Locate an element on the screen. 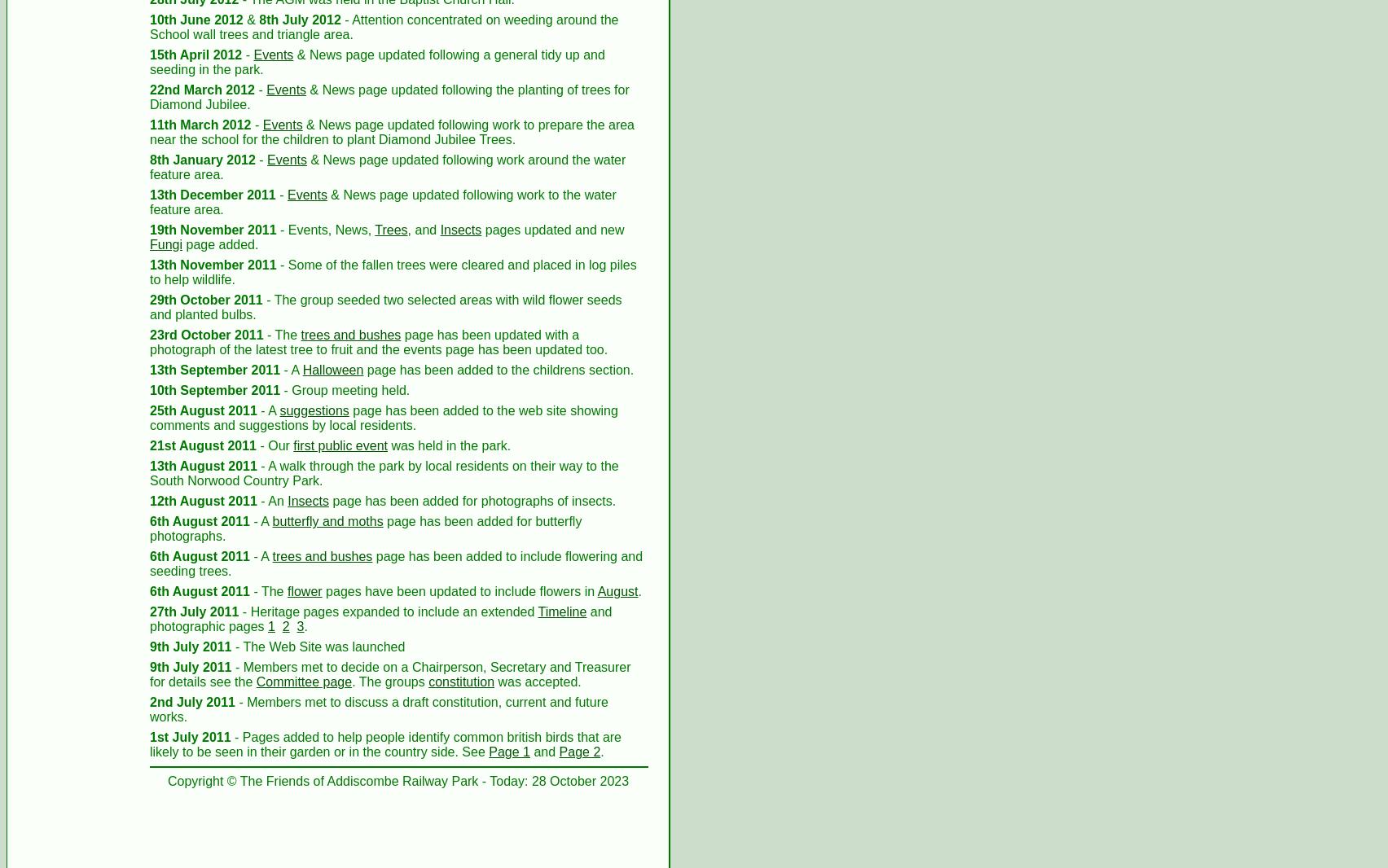 The image size is (1388, 868). 'page added.' is located at coordinates (219, 244).